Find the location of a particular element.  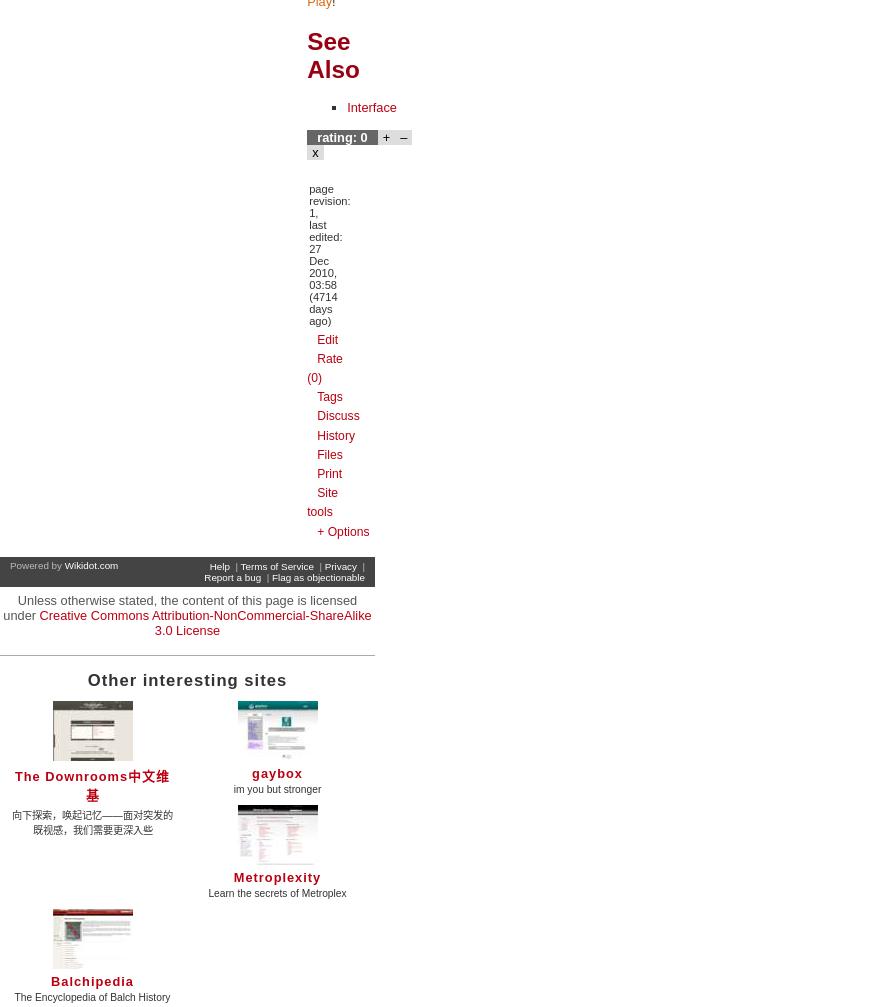

'Edit' is located at coordinates (326, 338).